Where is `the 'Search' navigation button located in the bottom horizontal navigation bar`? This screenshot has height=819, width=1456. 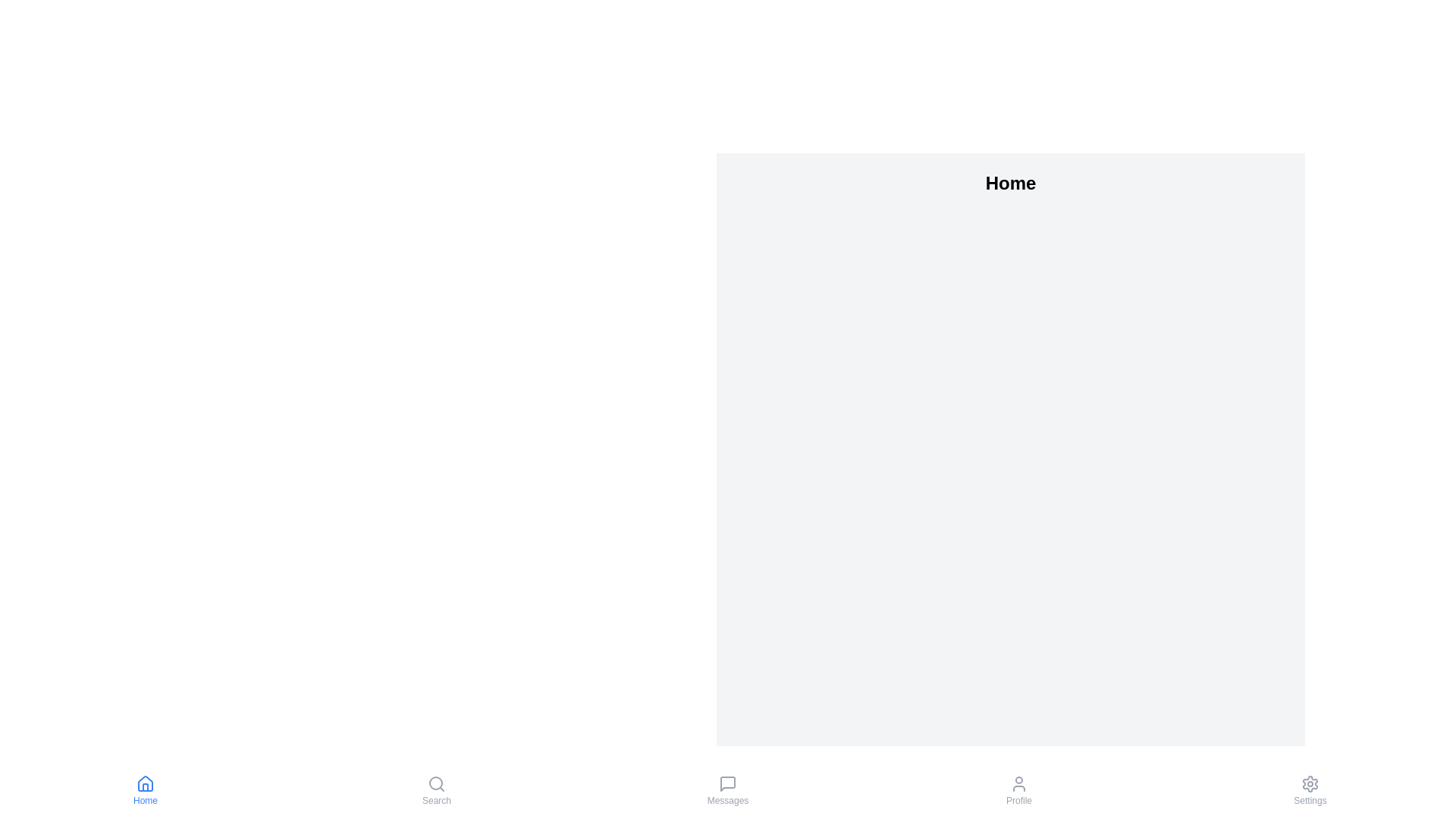
the 'Search' navigation button located in the bottom horizontal navigation bar is located at coordinates (436, 789).